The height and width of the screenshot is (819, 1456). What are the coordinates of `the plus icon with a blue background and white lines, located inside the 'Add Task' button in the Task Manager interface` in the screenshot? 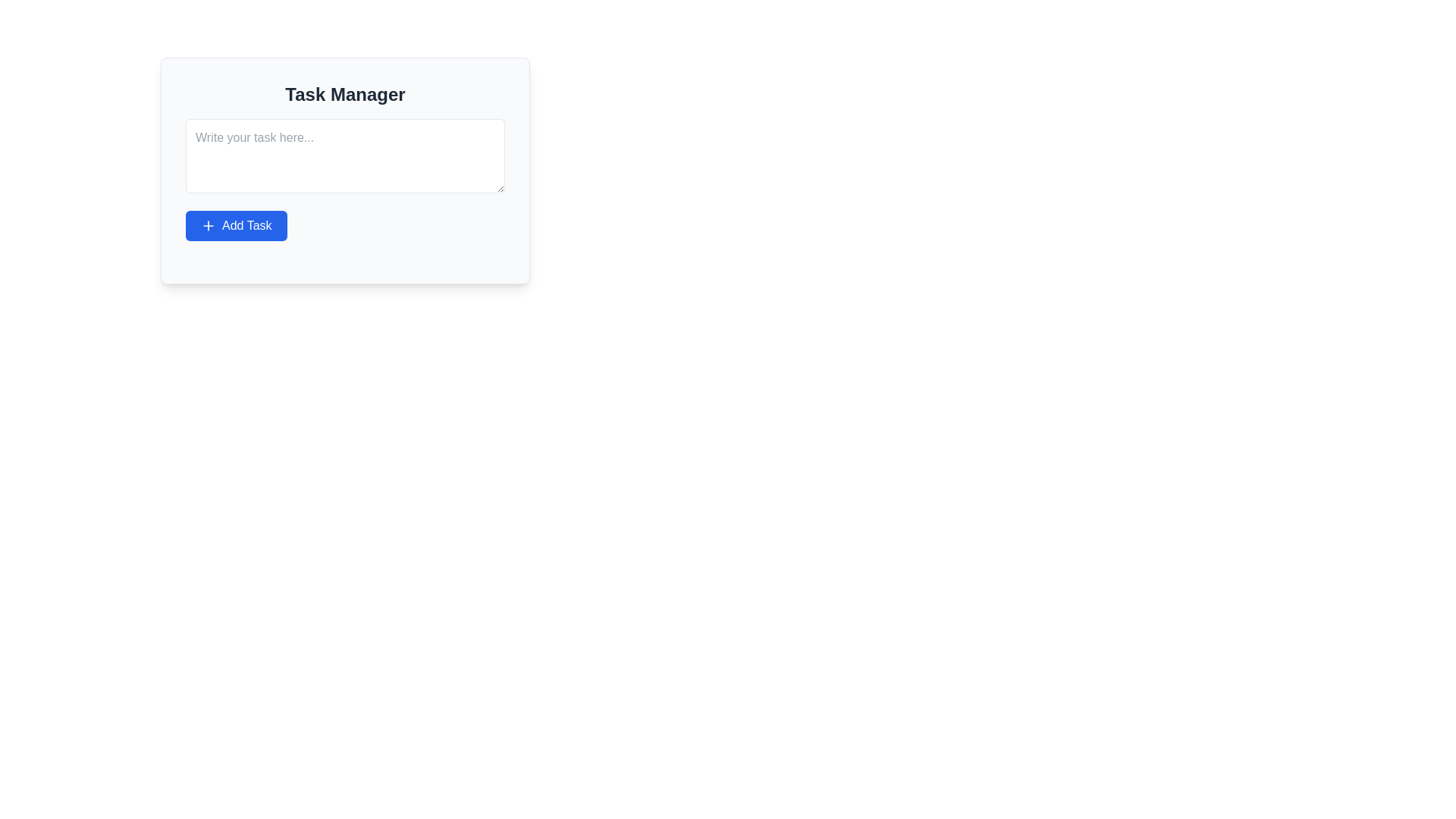 It's located at (207, 225).